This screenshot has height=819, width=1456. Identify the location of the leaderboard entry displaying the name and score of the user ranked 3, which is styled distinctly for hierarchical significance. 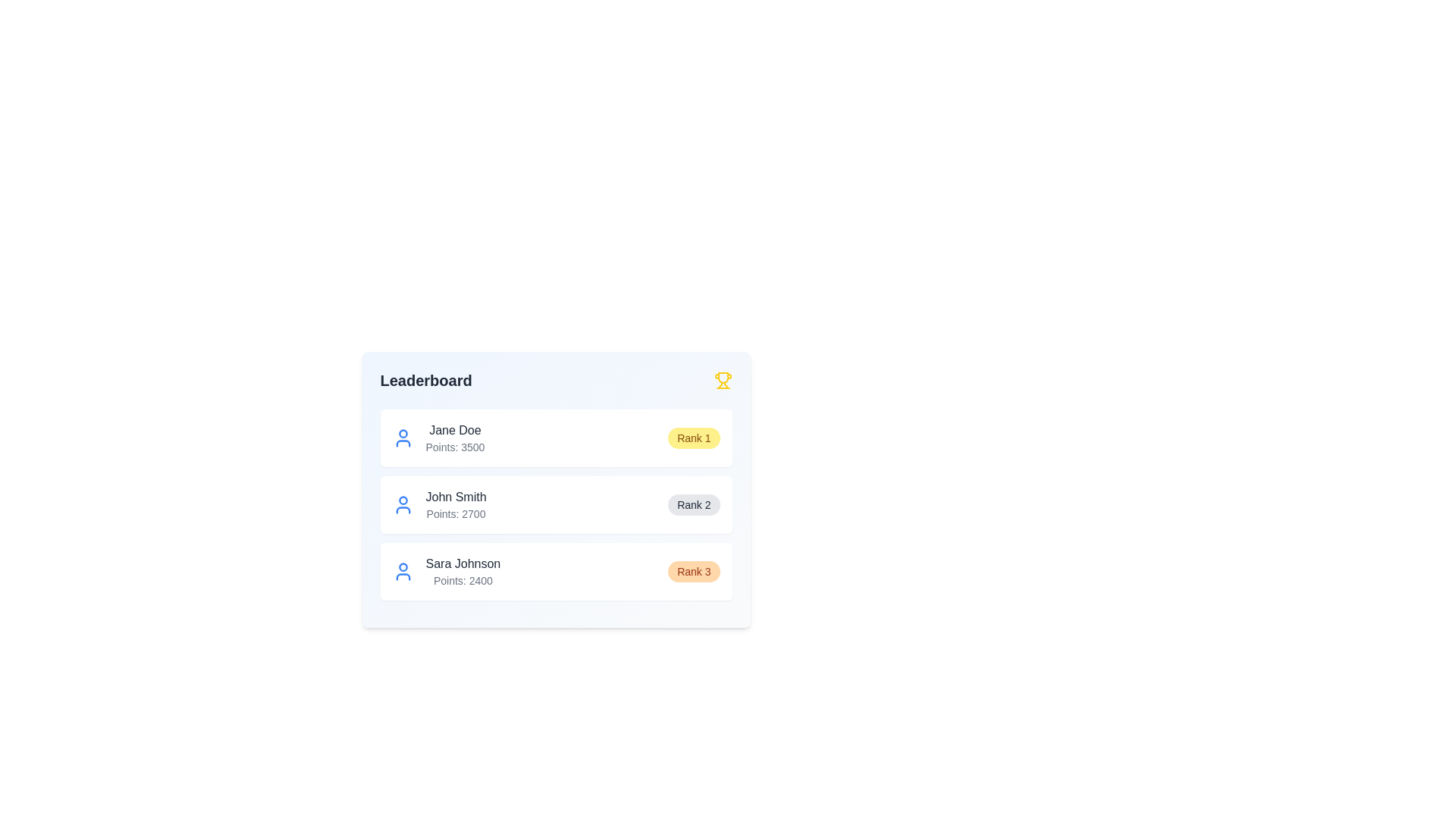
(462, 571).